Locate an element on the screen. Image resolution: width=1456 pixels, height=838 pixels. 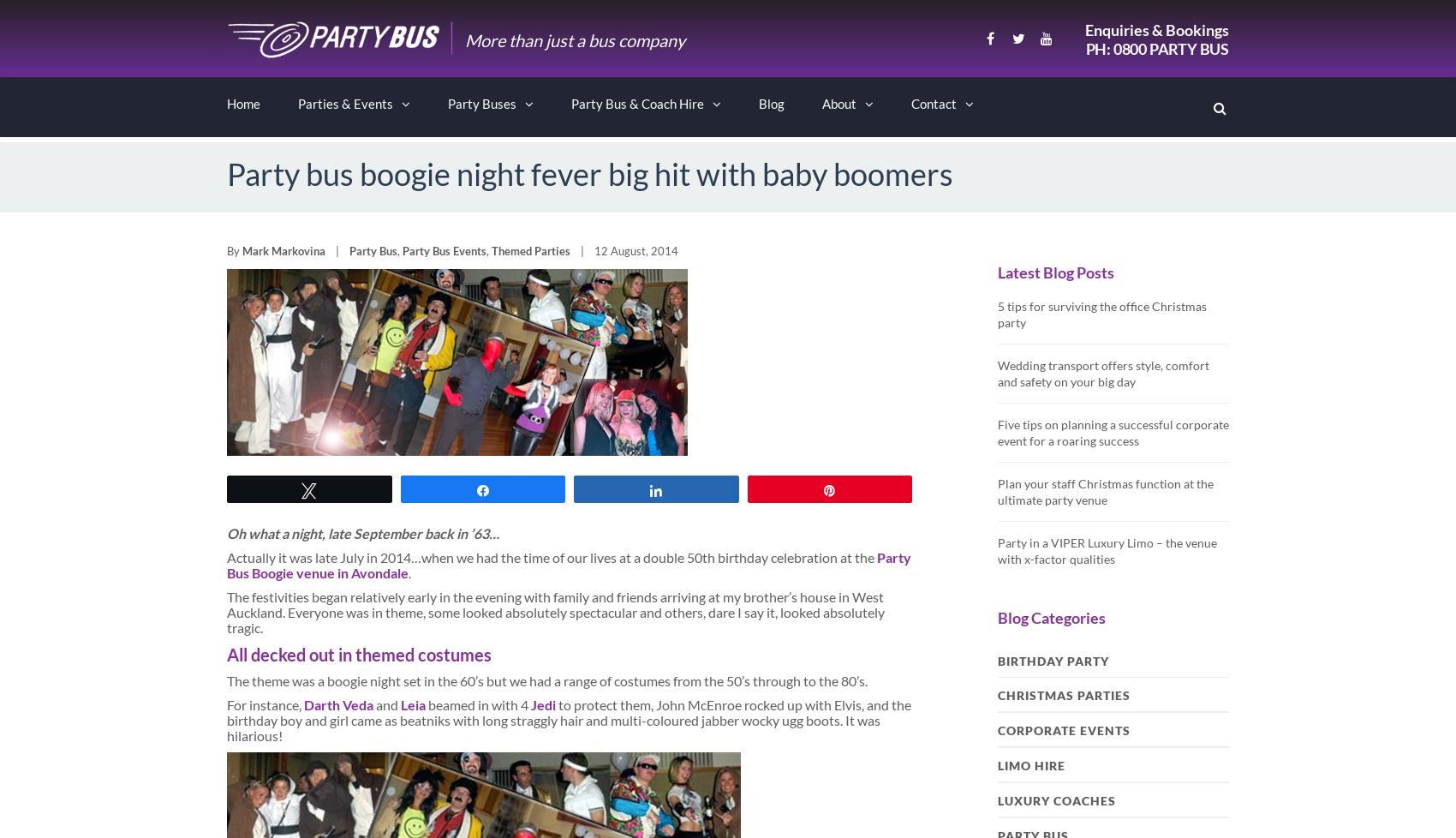
'Party in a VIPER Luxury Limo – the venue with x-factor qualities' is located at coordinates (998, 551).